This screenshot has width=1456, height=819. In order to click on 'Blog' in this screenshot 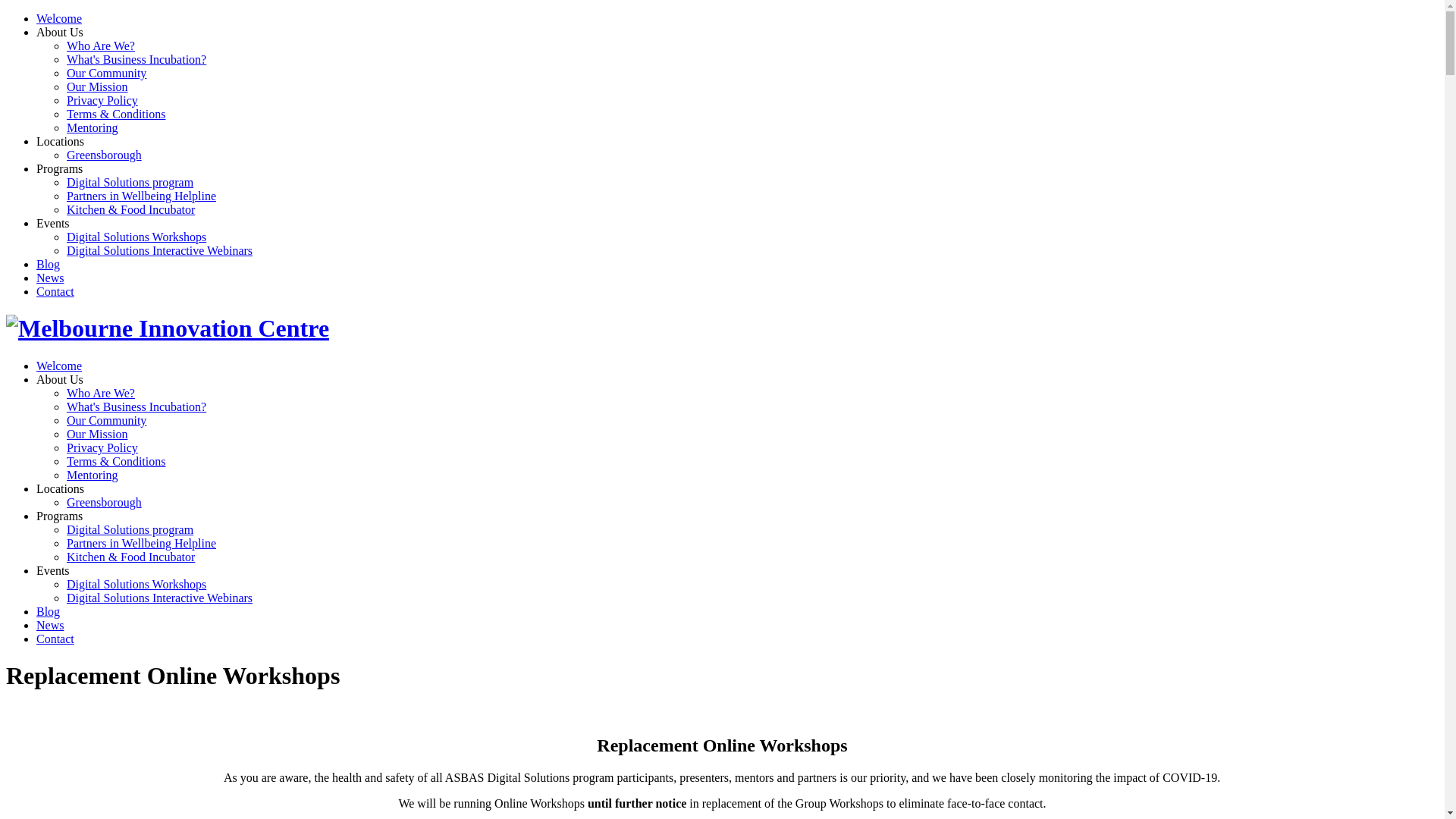, I will do `click(36, 263)`.